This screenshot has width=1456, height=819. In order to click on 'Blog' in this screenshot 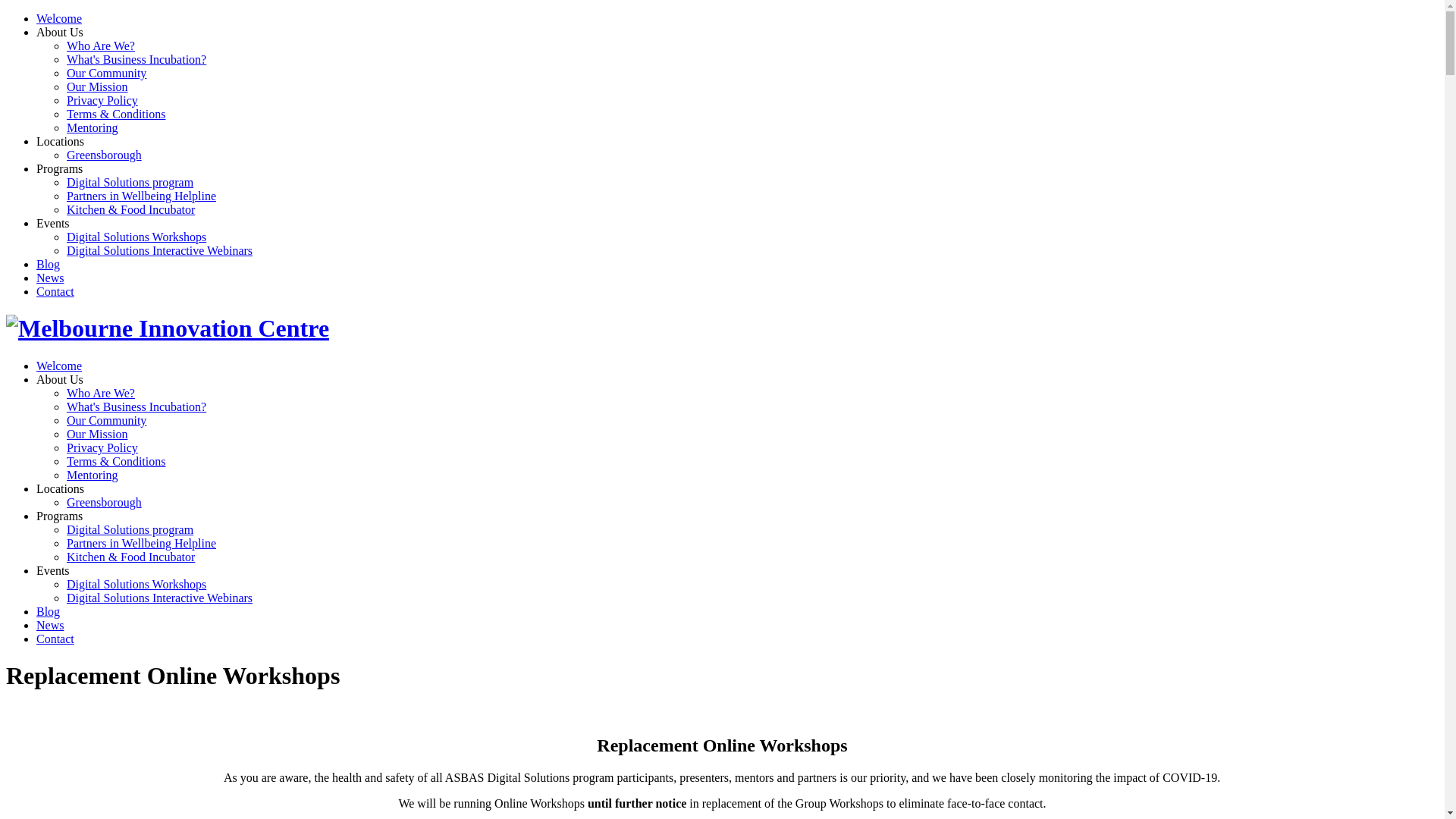, I will do `click(36, 263)`.